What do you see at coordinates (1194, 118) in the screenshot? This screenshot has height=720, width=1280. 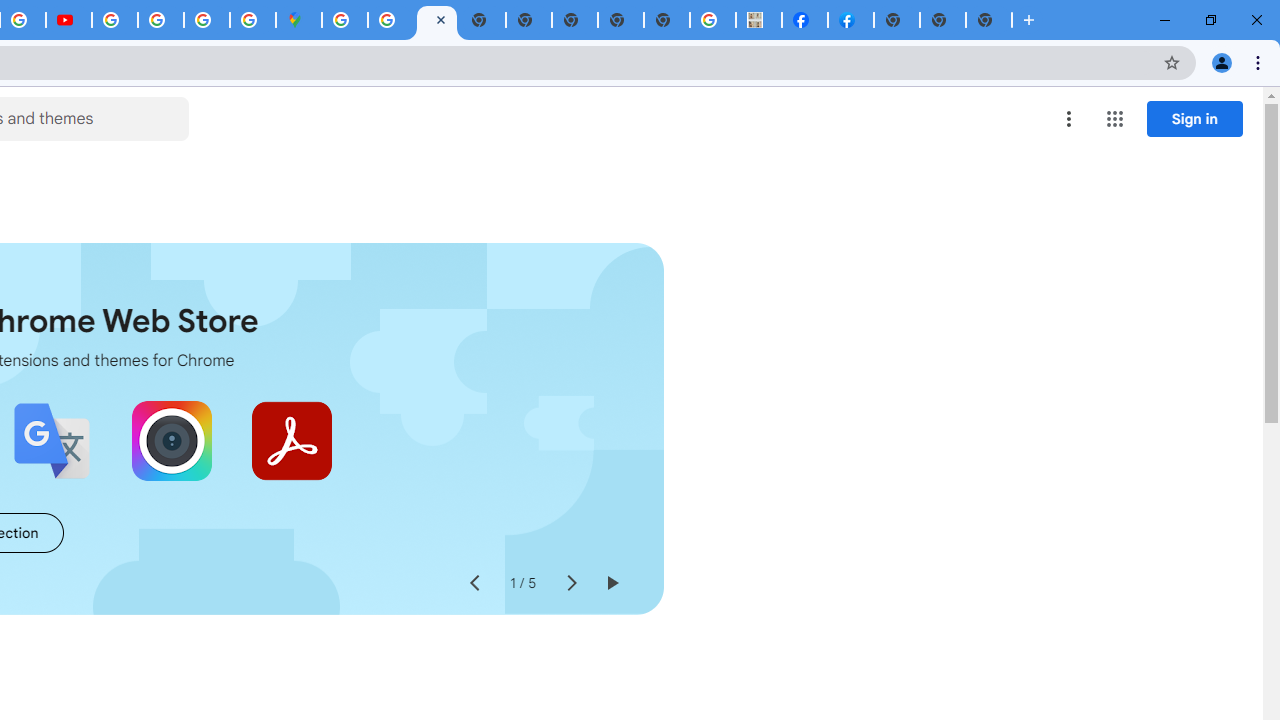 I see `'Sign in'` at bounding box center [1194, 118].